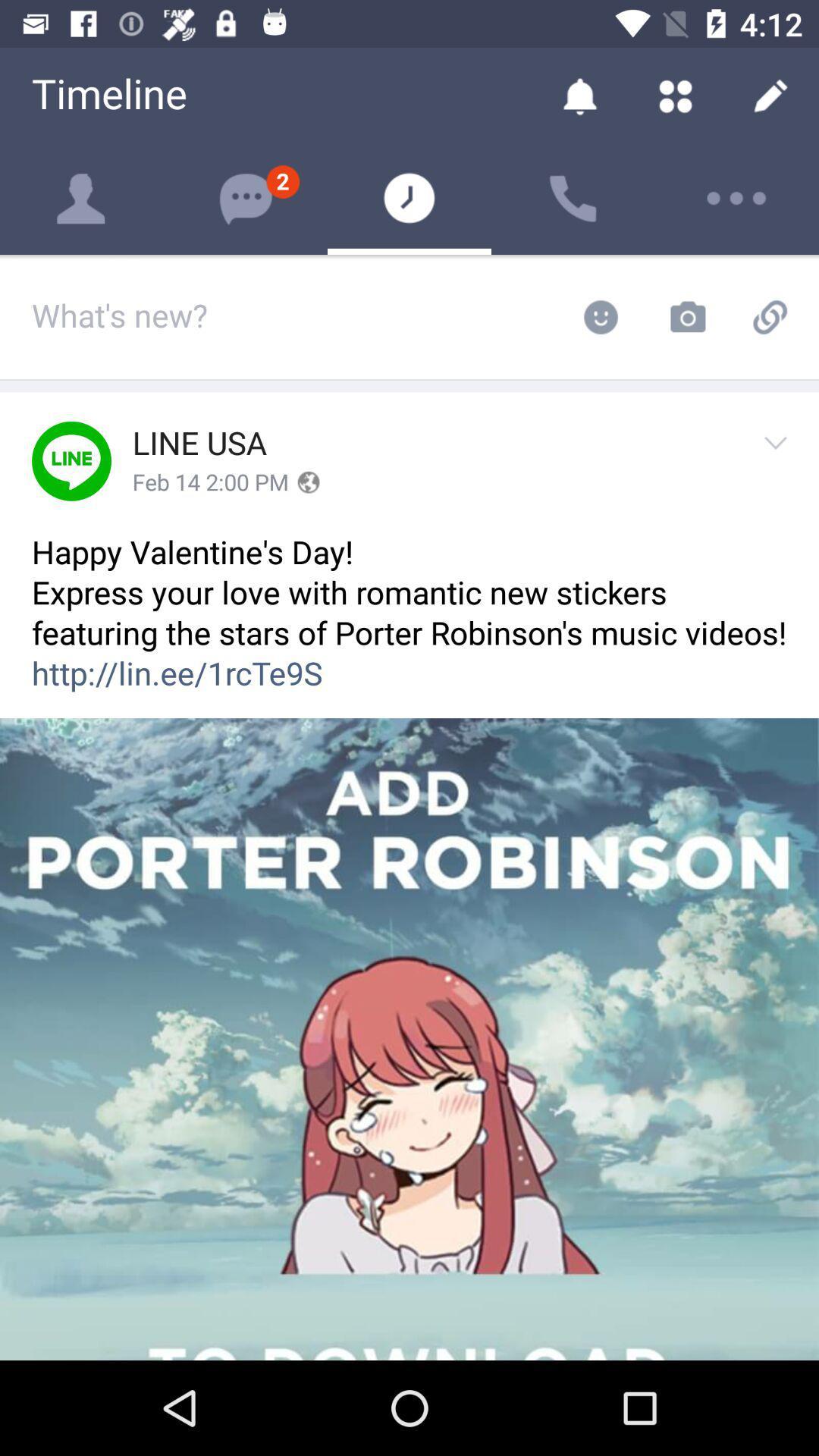 The image size is (819, 1456). What do you see at coordinates (736, 198) in the screenshot?
I see `the more icon` at bounding box center [736, 198].